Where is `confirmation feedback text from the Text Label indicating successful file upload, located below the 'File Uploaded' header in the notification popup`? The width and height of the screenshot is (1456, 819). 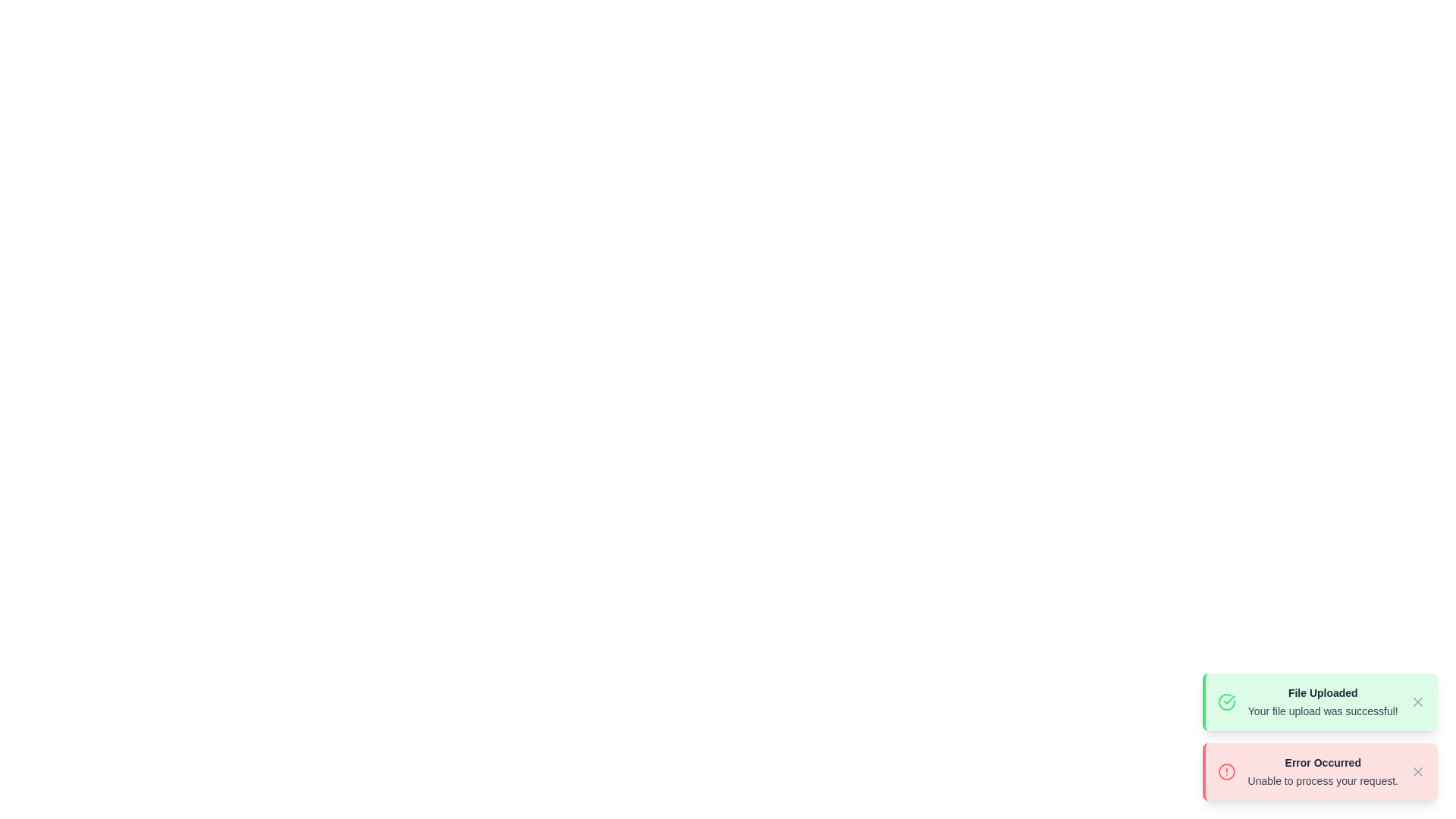
confirmation feedback text from the Text Label indicating successful file upload, located below the 'File Uploaded' header in the notification popup is located at coordinates (1322, 711).